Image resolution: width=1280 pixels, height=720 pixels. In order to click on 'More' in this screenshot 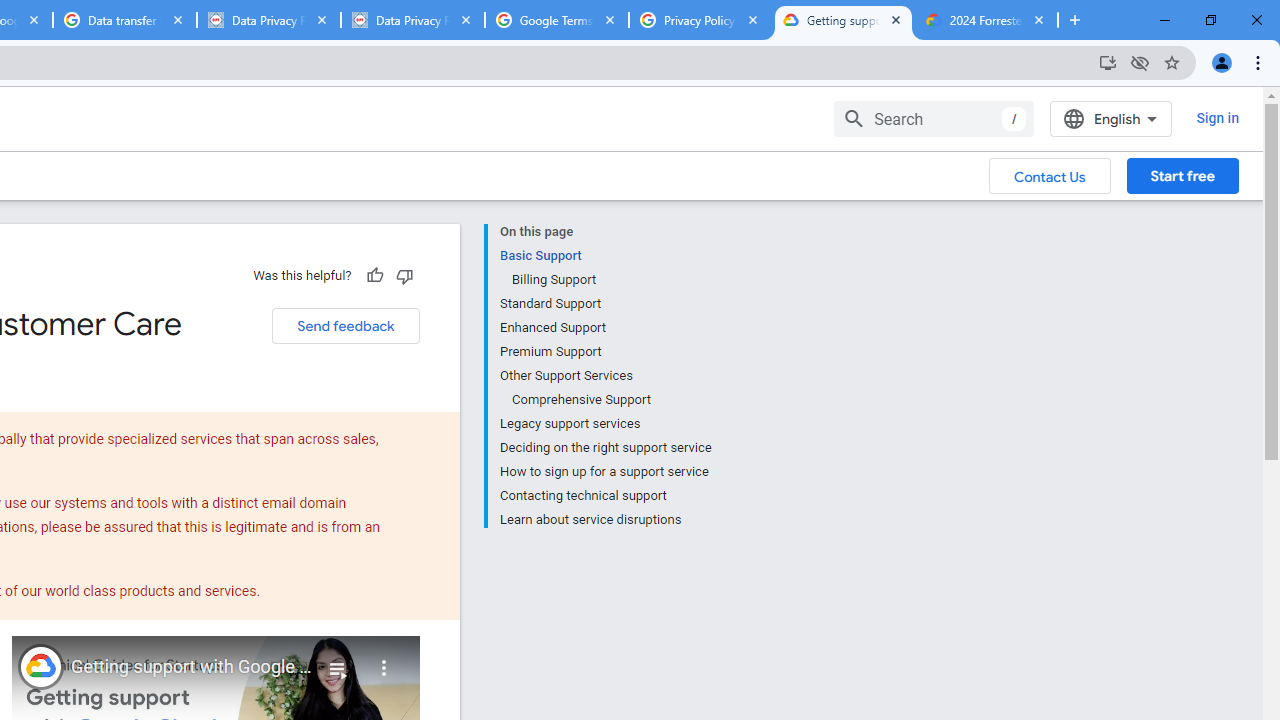, I will do `click(385, 660)`.